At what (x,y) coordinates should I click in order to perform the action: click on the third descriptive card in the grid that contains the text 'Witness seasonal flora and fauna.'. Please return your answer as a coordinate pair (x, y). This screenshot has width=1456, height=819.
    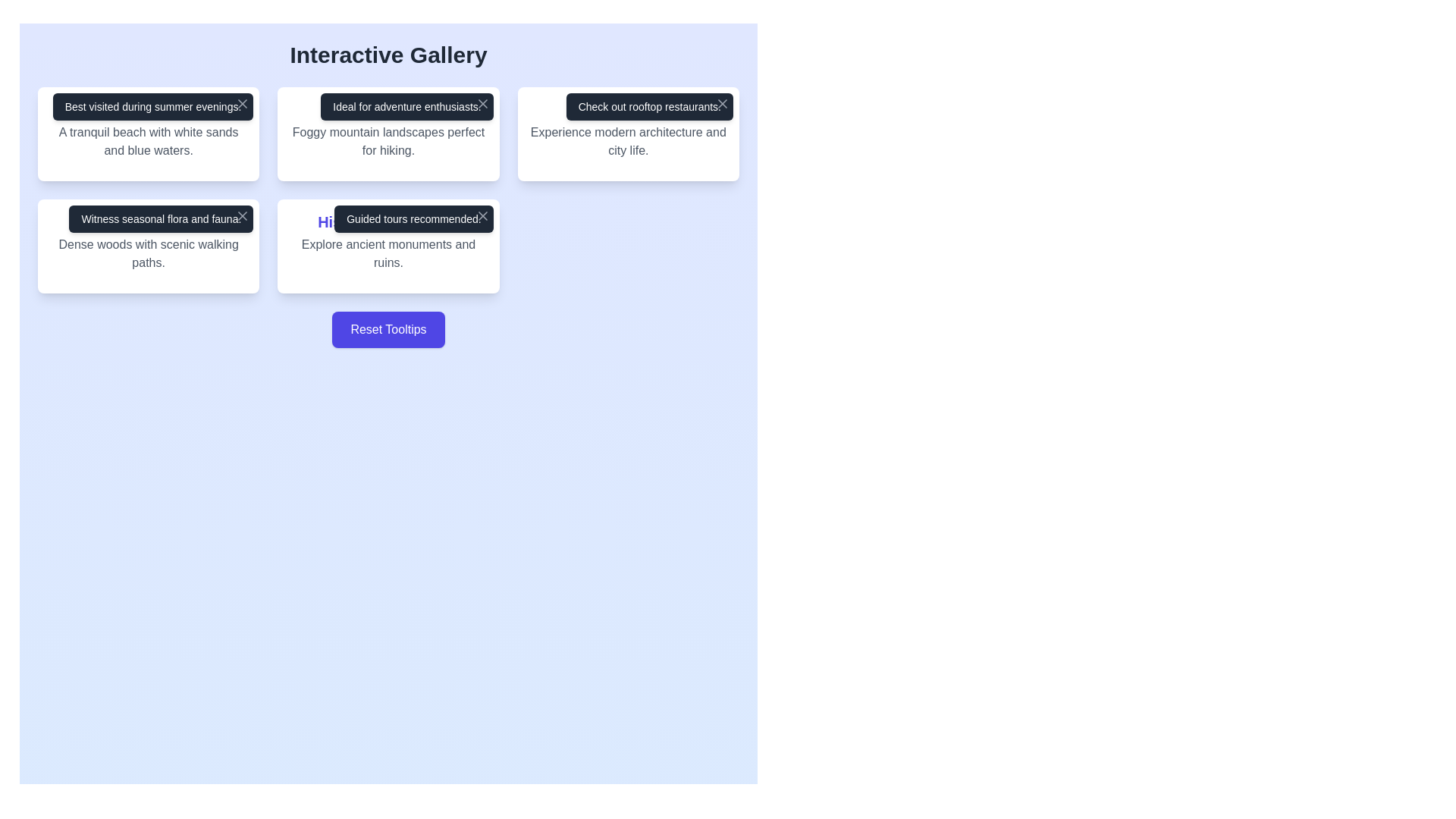
    Looking at the image, I should click on (149, 245).